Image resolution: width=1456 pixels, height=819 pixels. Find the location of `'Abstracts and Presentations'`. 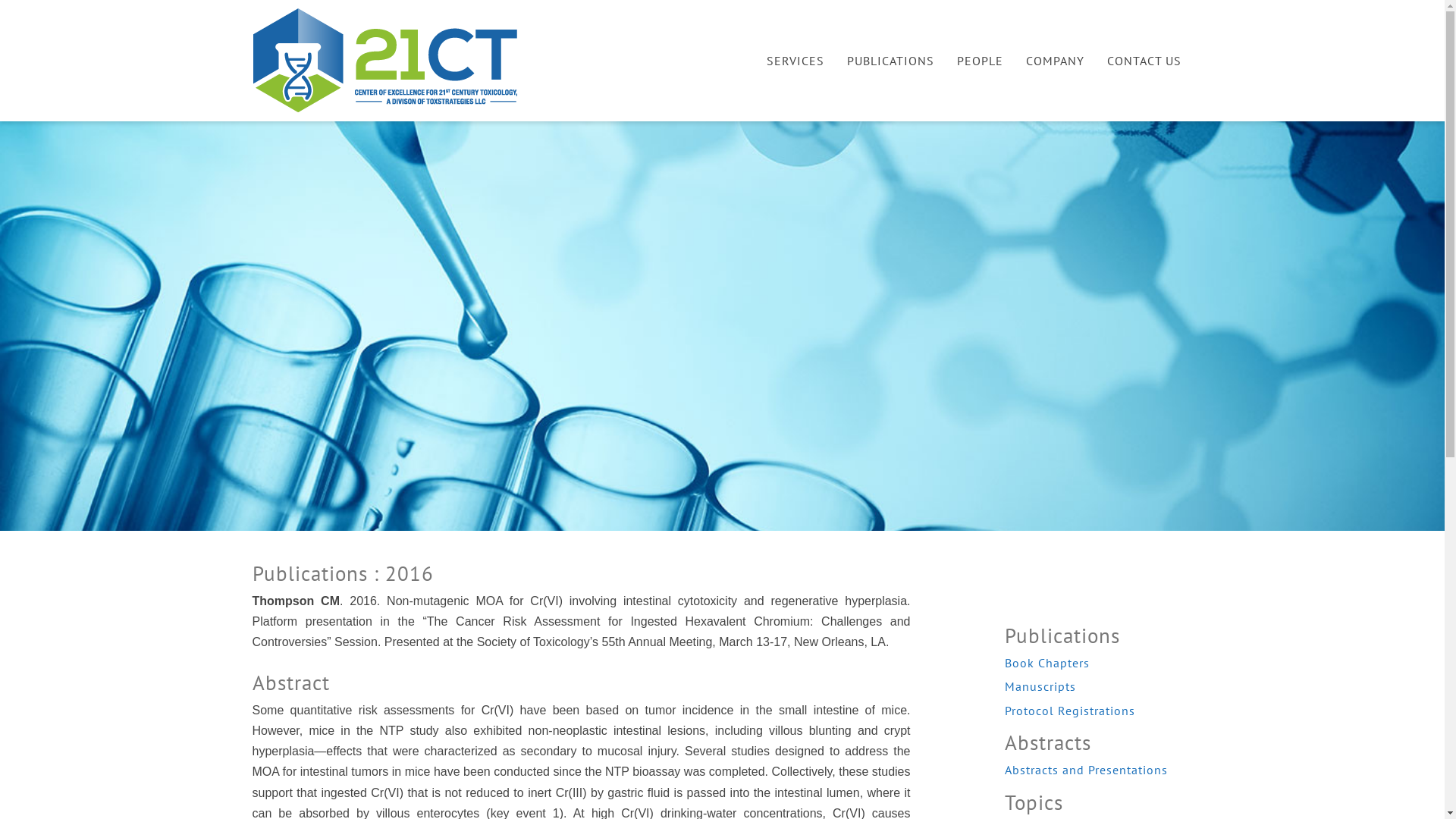

'Abstracts and Presentations' is located at coordinates (1098, 770).